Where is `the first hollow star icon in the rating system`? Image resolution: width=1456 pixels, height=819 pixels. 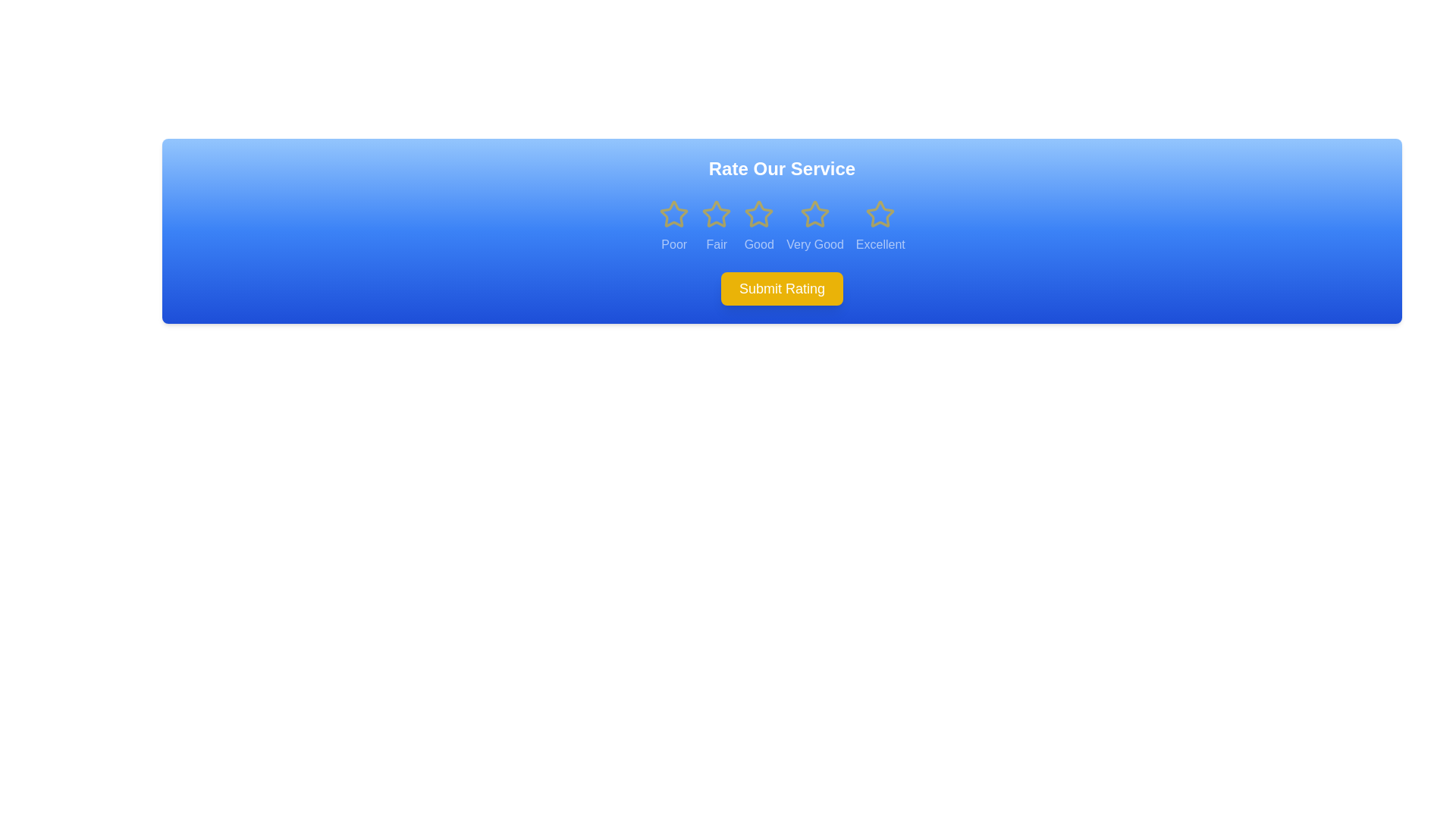 the first hollow star icon in the rating system is located at coordinates (673, 214).